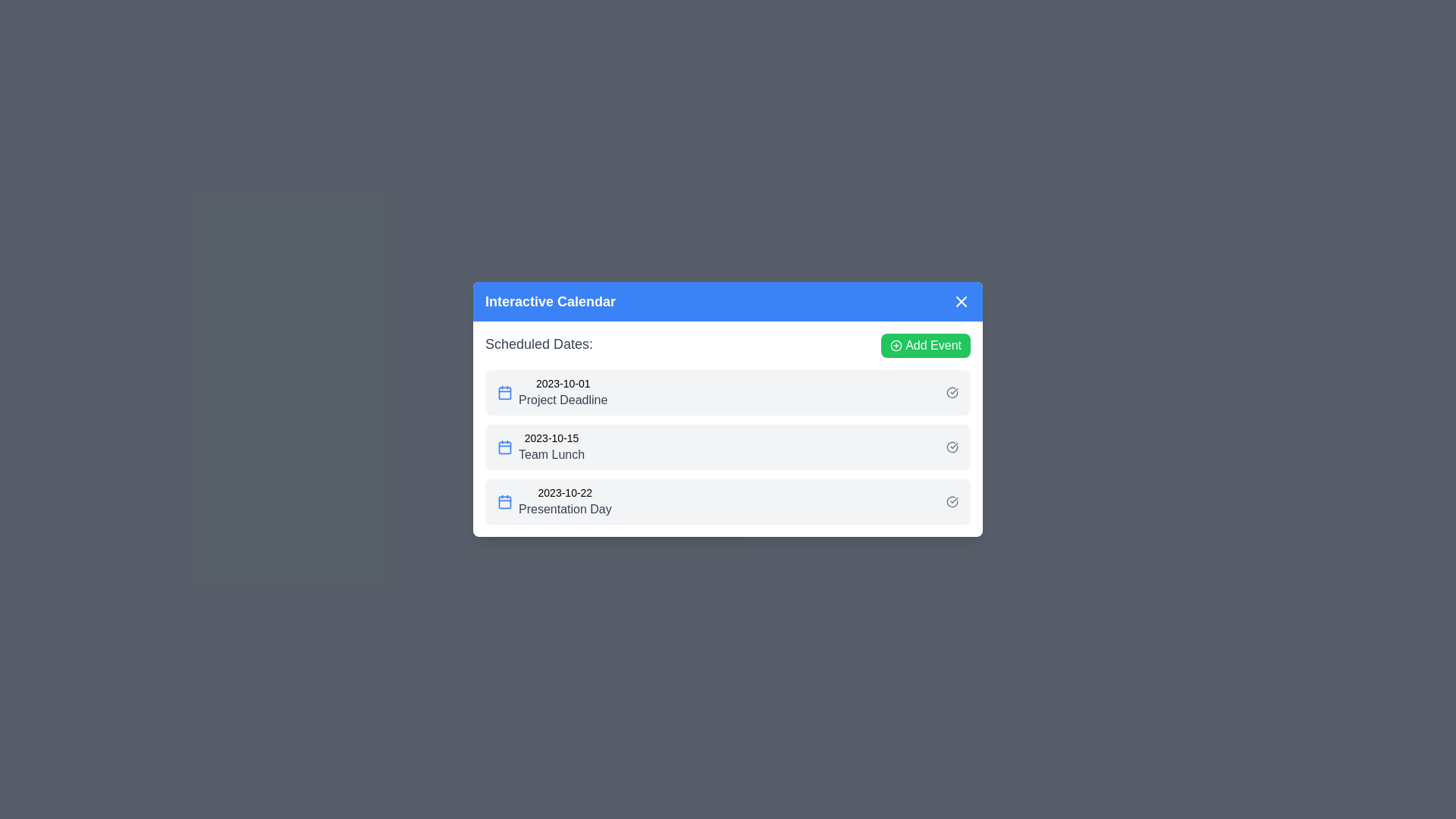  Describe the element at coordinates (960, 301) in the screenshot. I see `the 'X' button in the header to close the dialog` at that location.